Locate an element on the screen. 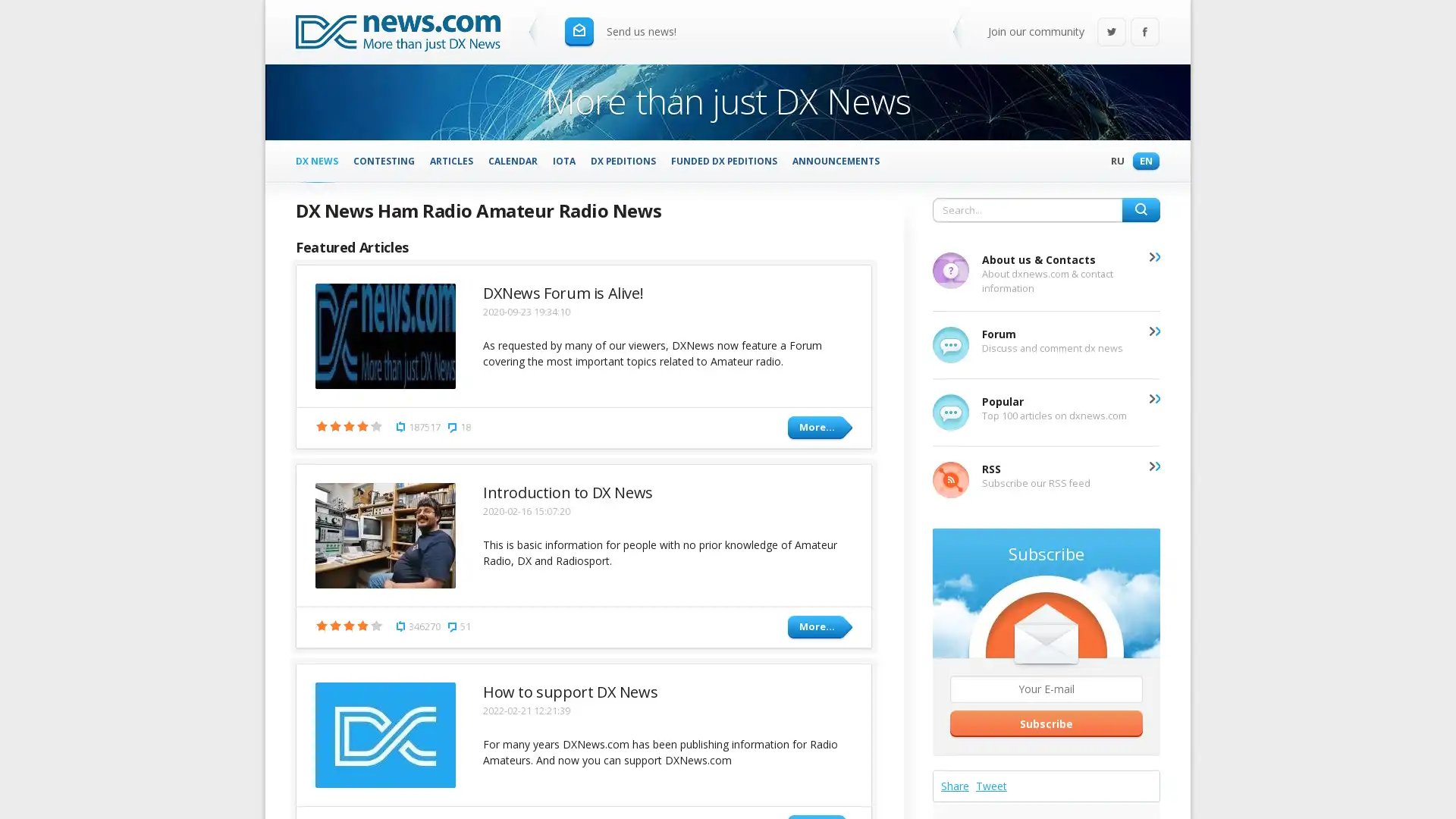 This screenshot has width=1456, height=819. Search is located at coordinates (1141, 210).